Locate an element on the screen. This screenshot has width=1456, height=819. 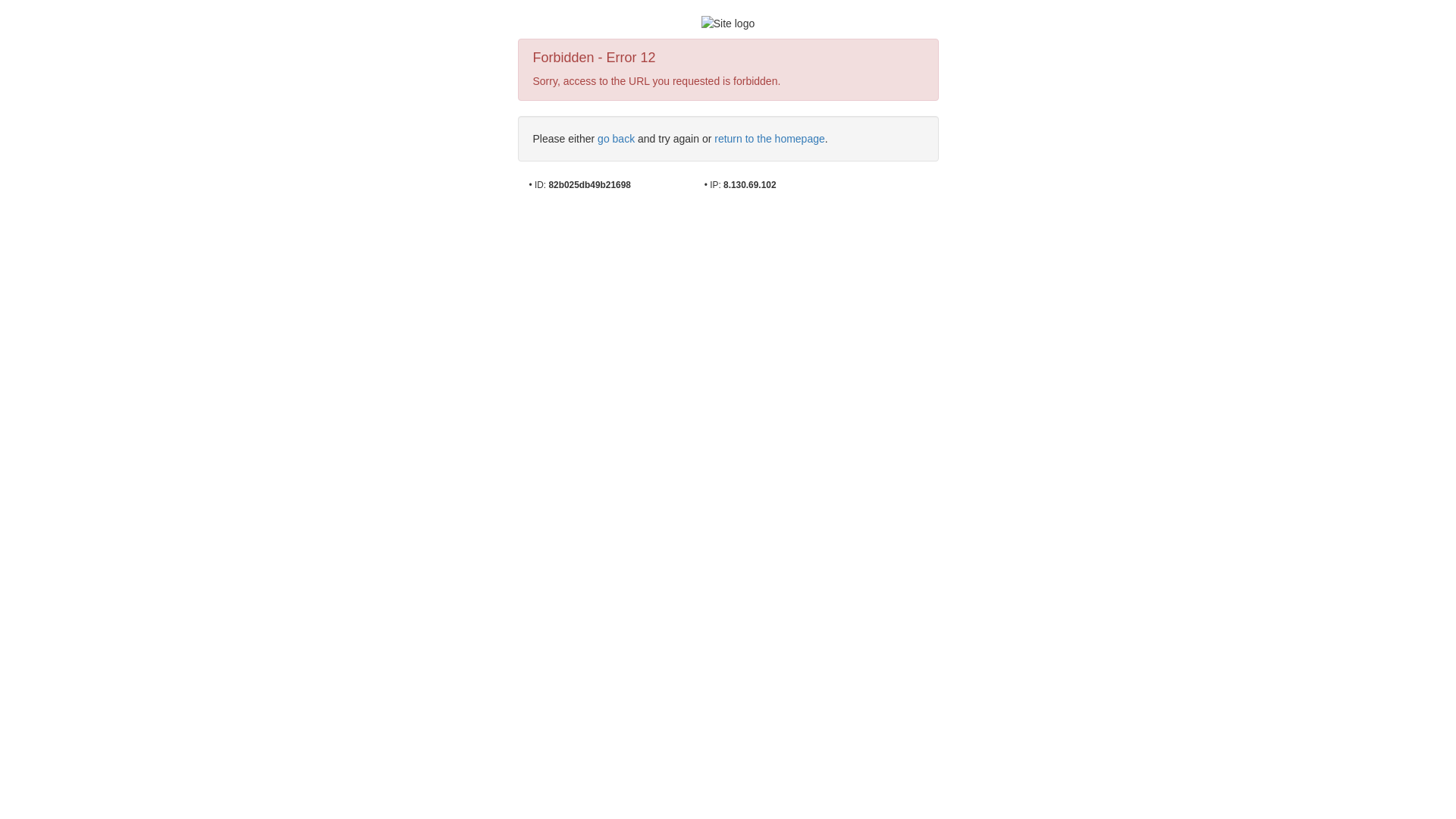
'return to the homepage' is located at coordinates (769, 138).